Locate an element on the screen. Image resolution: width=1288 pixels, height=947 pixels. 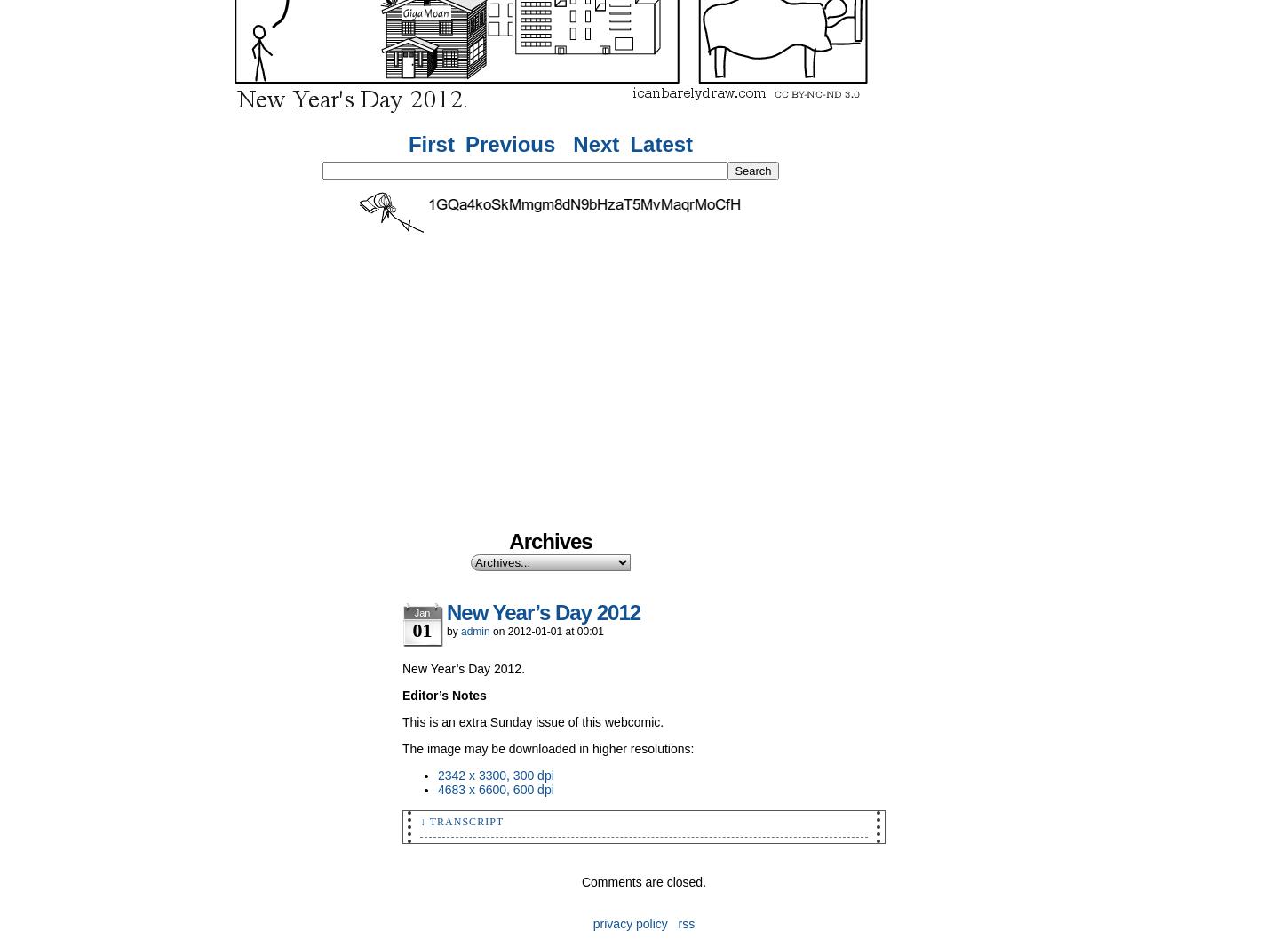
'00:01' is located at coordinates (588, 631).